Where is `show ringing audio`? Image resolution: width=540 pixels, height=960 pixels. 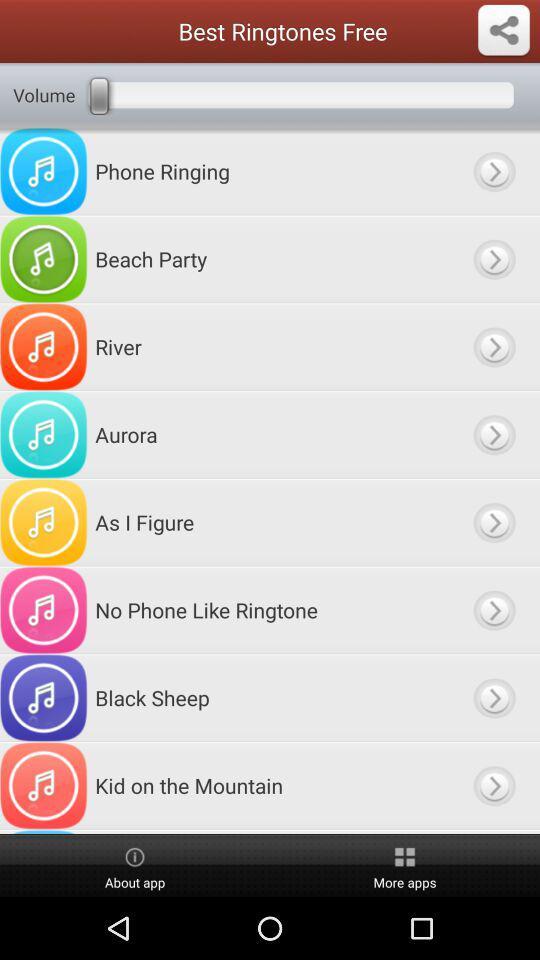 show ringing audio is located at coordinates (493, 170).